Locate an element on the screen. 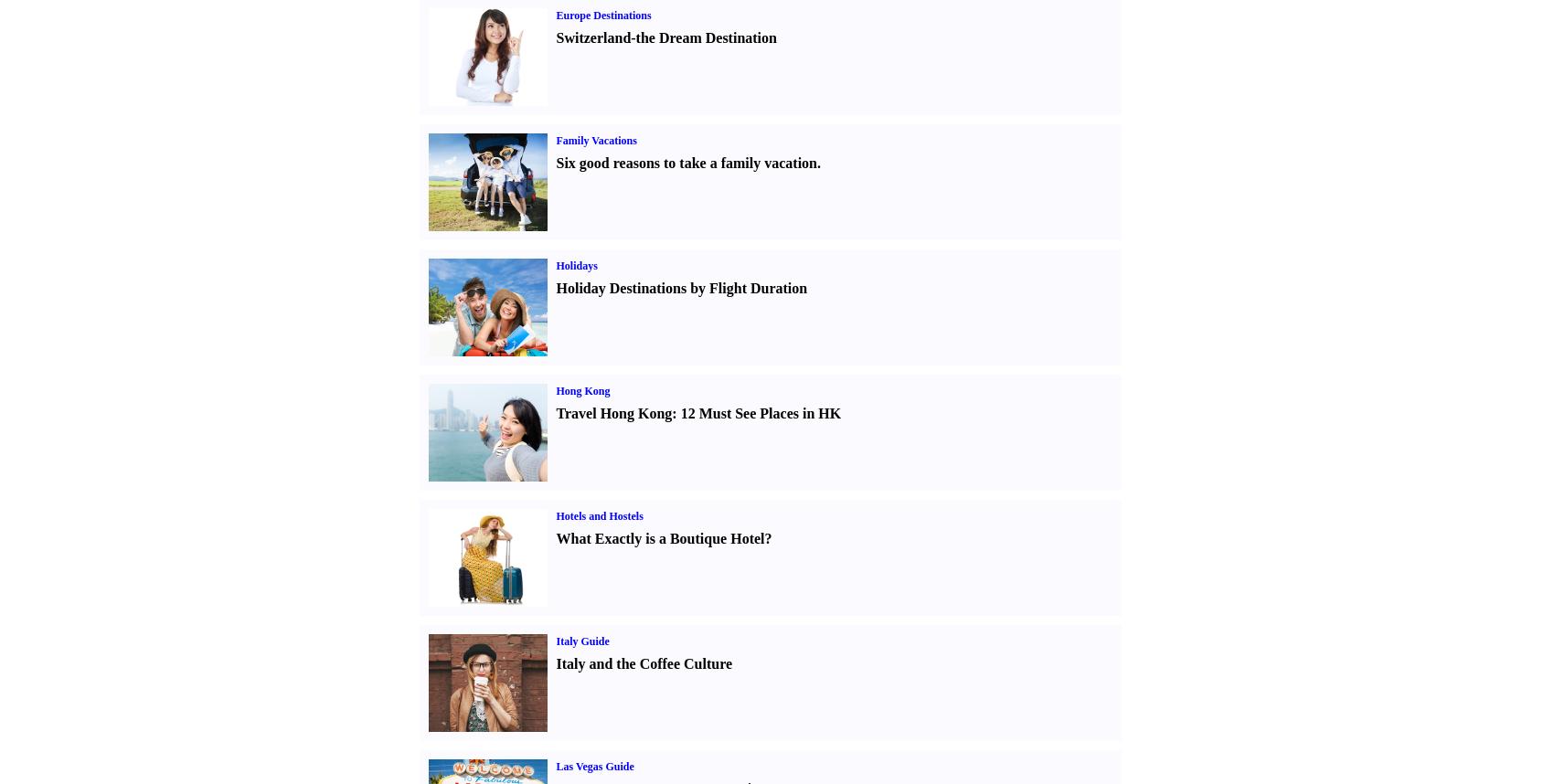 The height and width of the screenshot is (784, 1554). 'Europe Destinations' is located at coordinates (602, 15).